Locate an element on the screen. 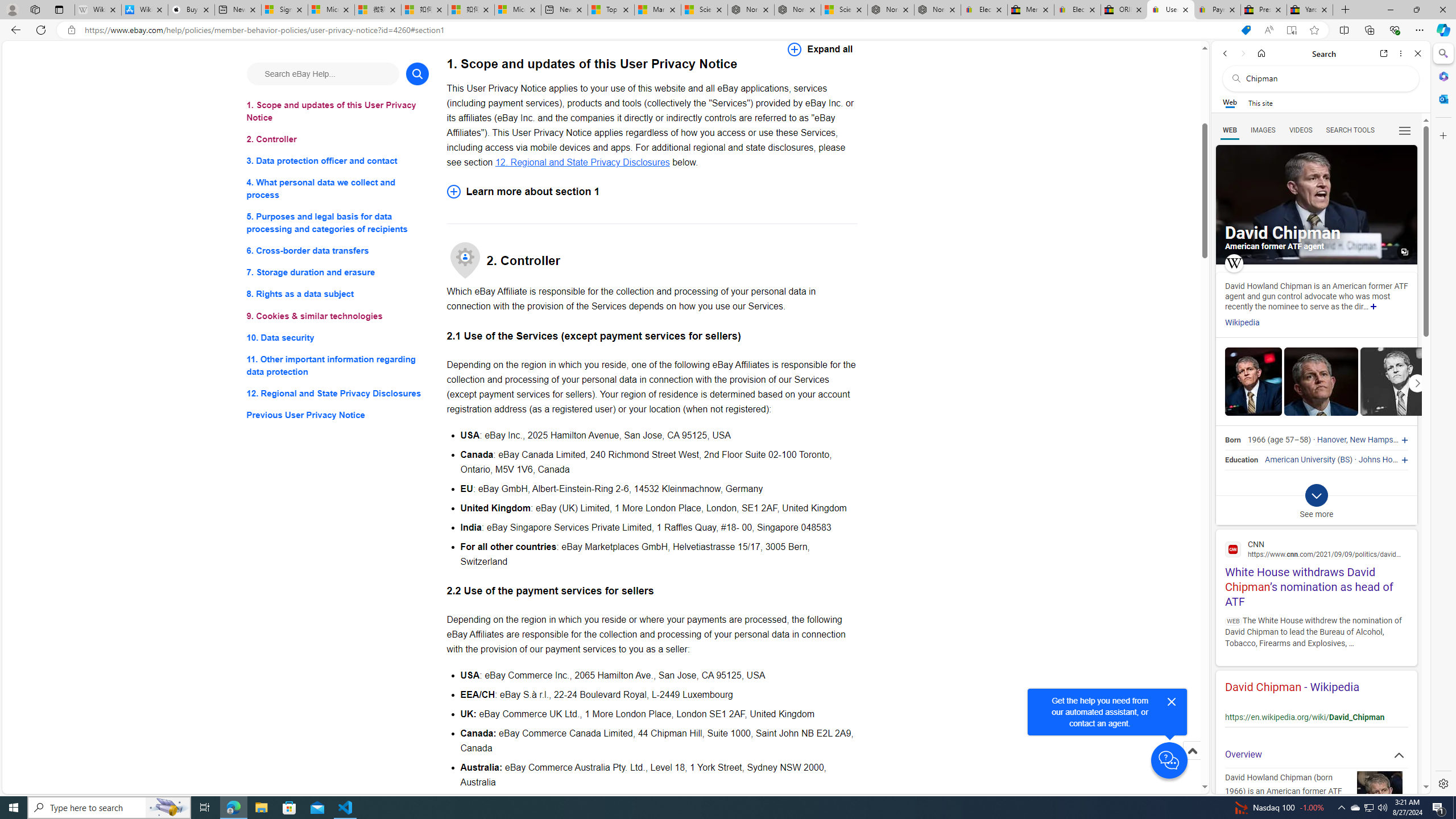 The width and height of the screenshot is (1456, 819). '10. Data security' is located at coordinates (337, 337).